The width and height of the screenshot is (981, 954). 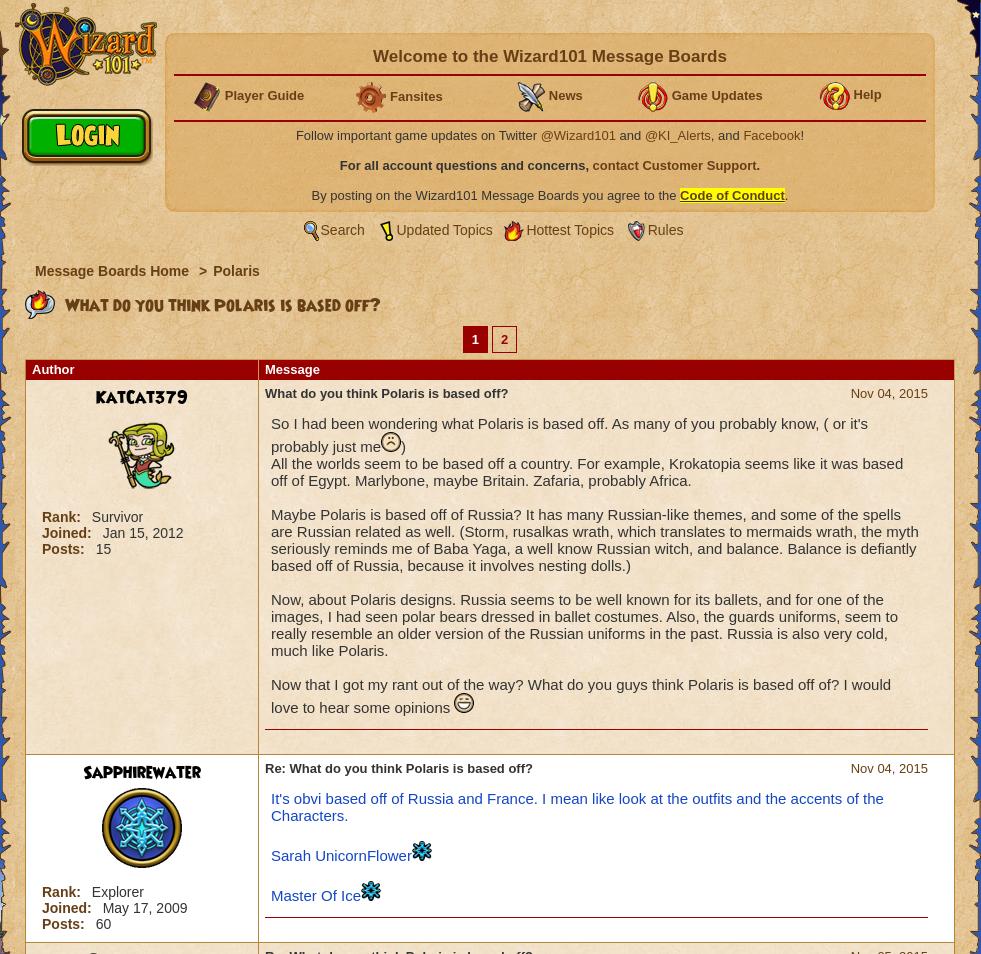 What do you see at coordinates (389, 94) in the screenshot?
I see `'Fansites'` at bounding box center [389, 94].